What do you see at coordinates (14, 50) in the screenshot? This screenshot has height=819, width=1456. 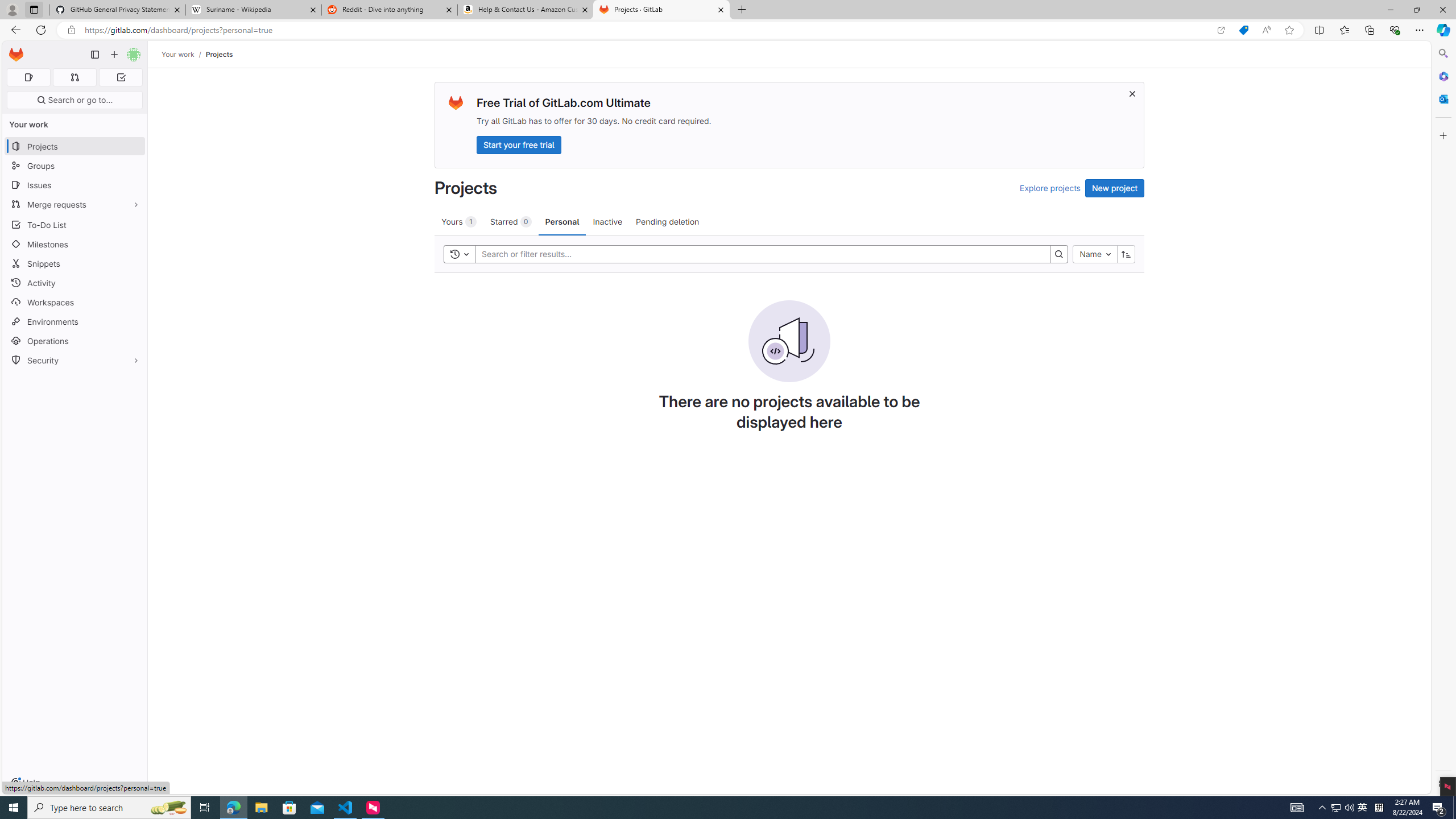 I see `'Skip to main content'` at bounding box center [14, 50].